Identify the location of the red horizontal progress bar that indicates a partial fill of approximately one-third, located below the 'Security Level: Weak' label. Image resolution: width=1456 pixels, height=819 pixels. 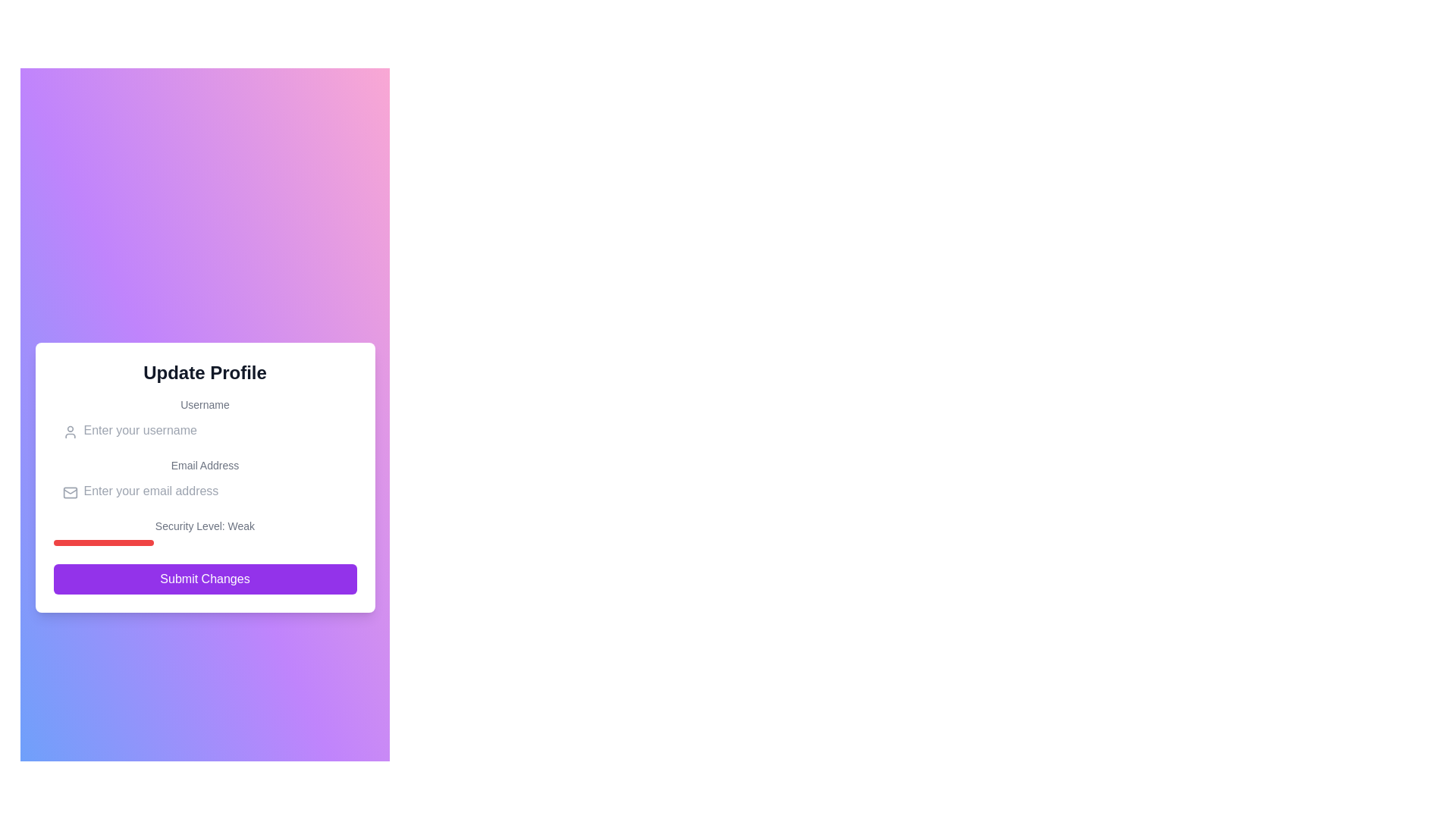
(102, 542).